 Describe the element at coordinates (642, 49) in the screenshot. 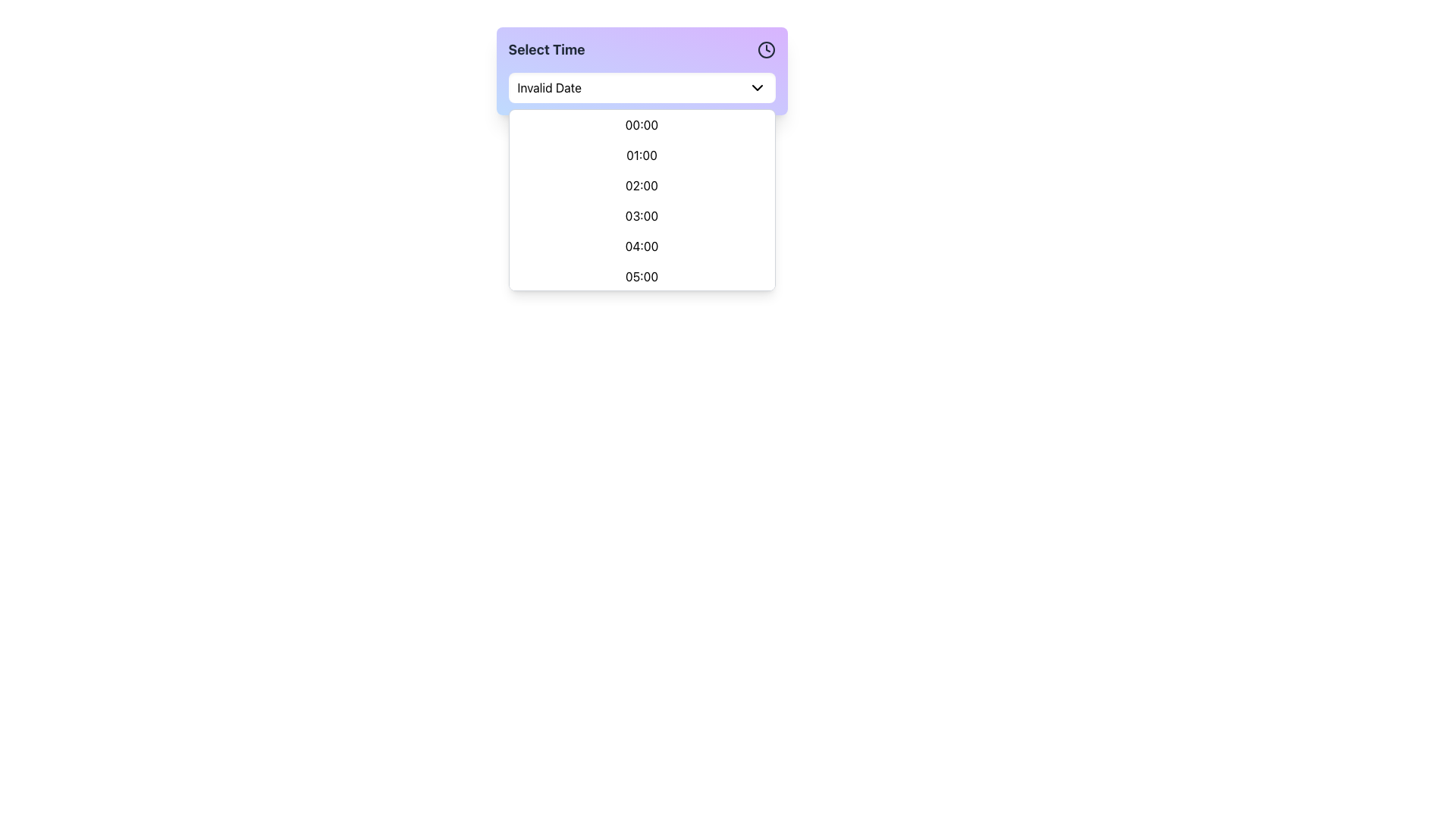

I see `the clock icon located on the far right of the Header bar, which serves as a title for selecting a time` at that location.